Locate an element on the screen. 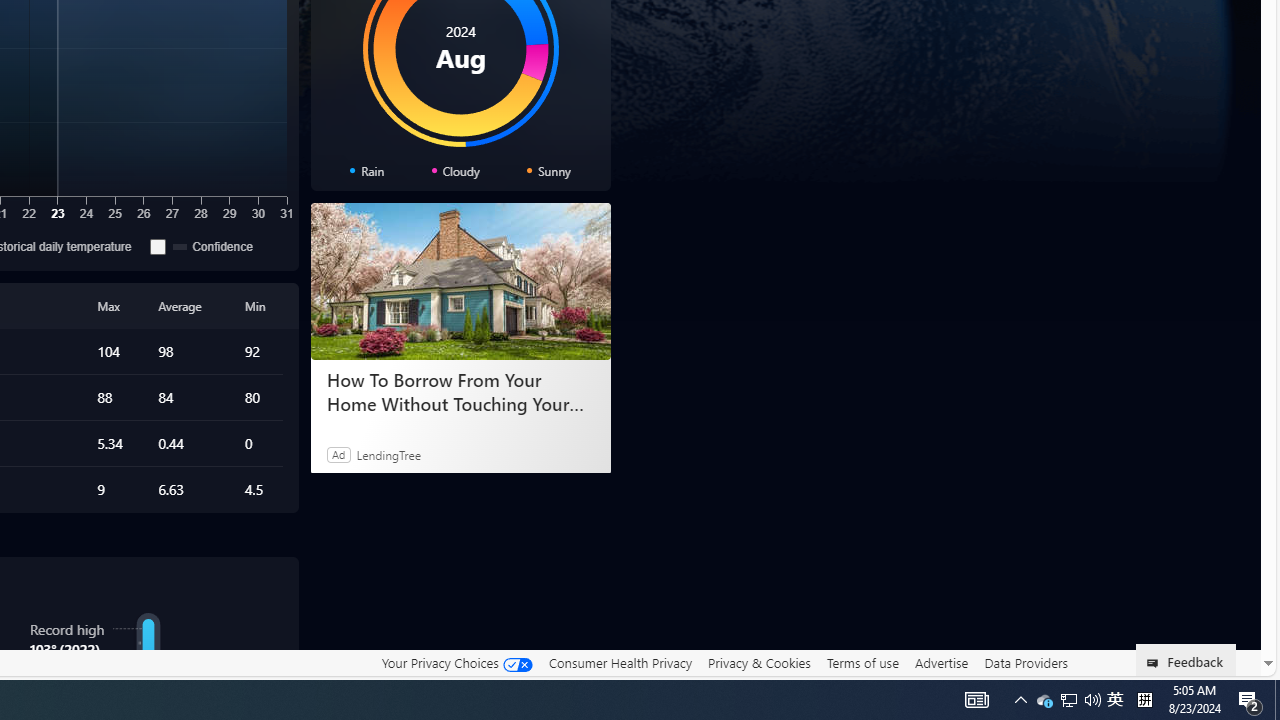 This screenshot has width=1280, height=720. 'Privacy & Cookies' is located at coordinates (758, 663).